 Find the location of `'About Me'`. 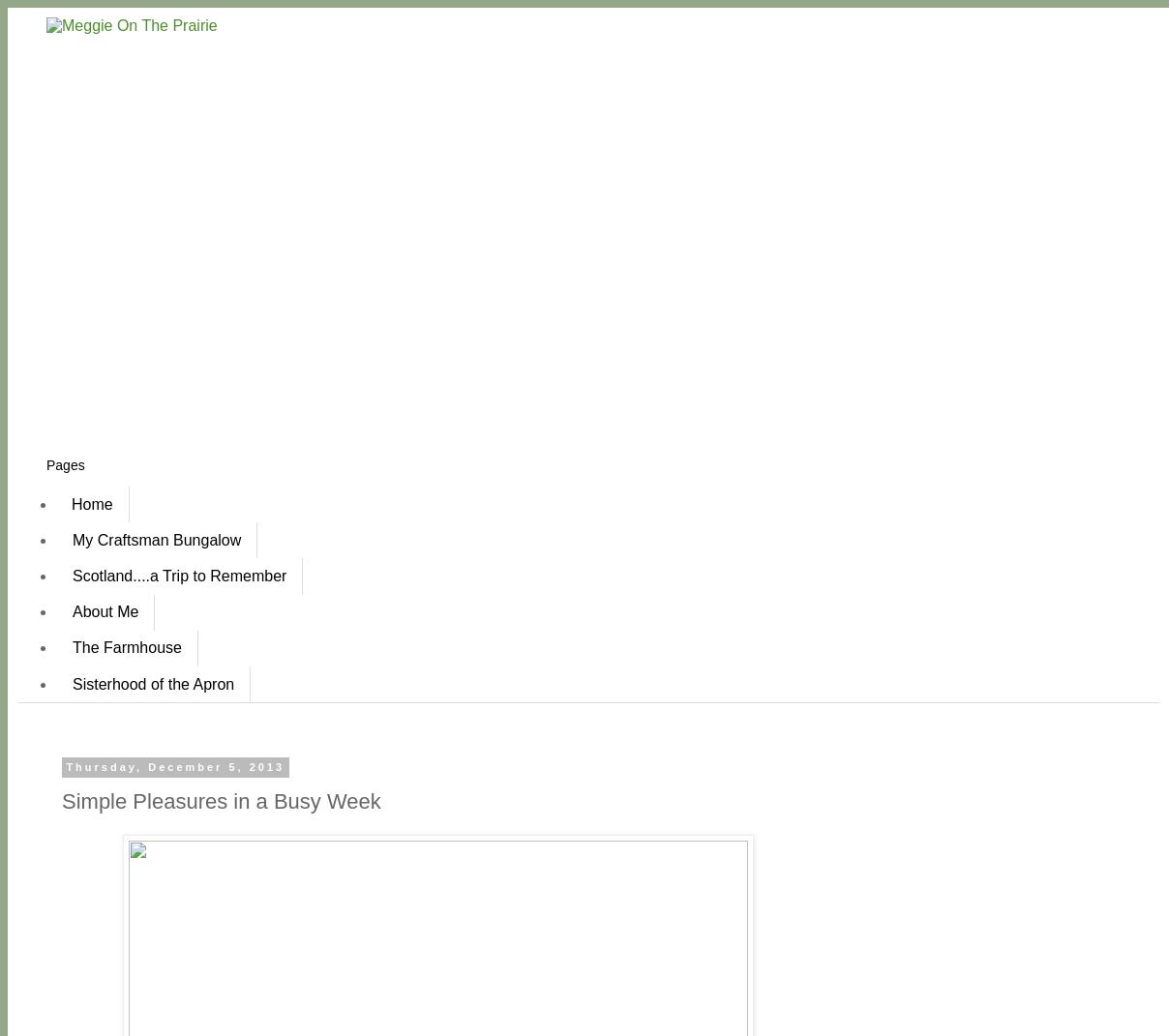

'About Me' is located at coordinates (104, 610).